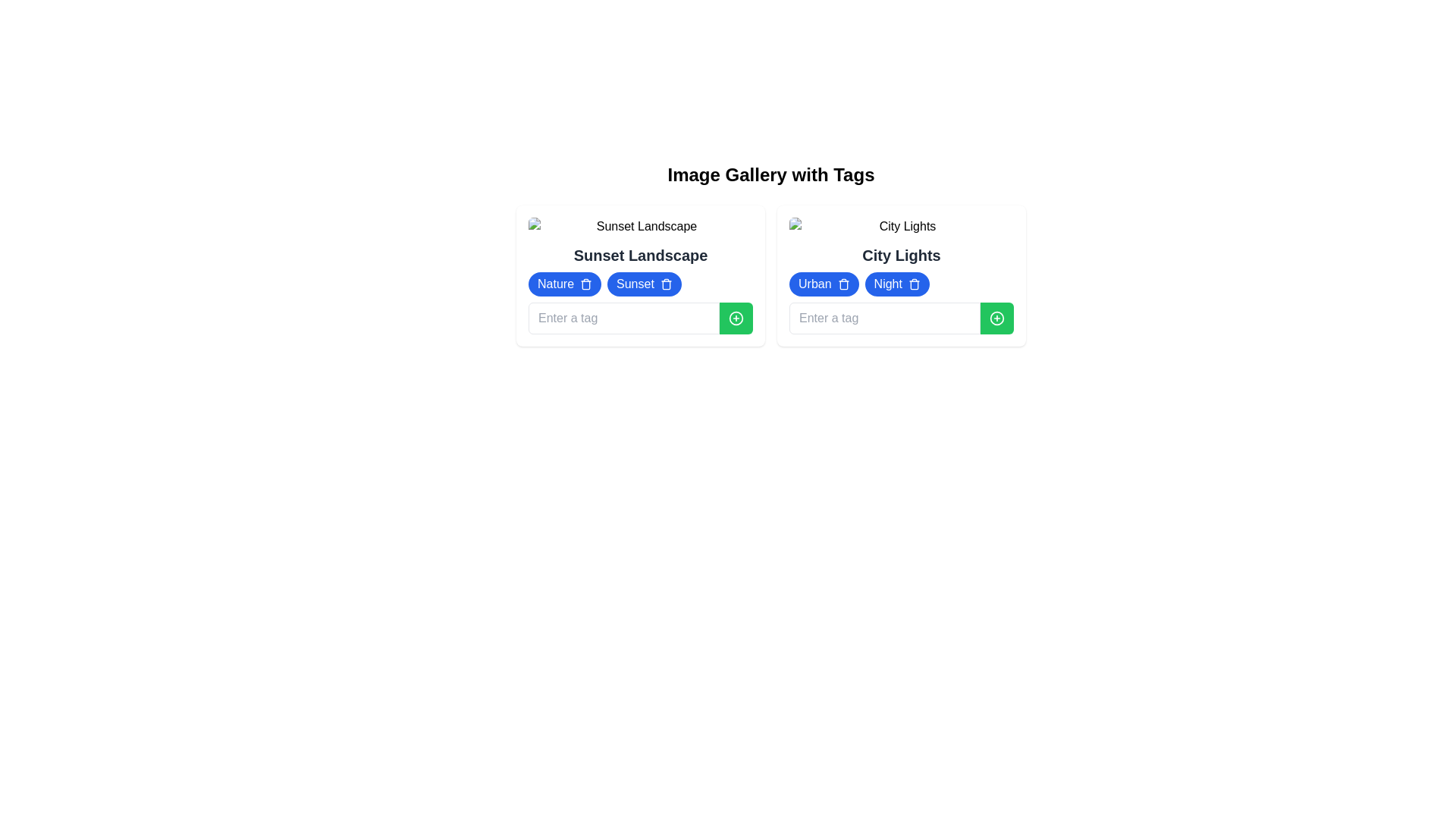 The width and height of the screenshot is (1456, 819). I want to click on the add new tag button, located within the 'City Lights' card, so click(997, 318).